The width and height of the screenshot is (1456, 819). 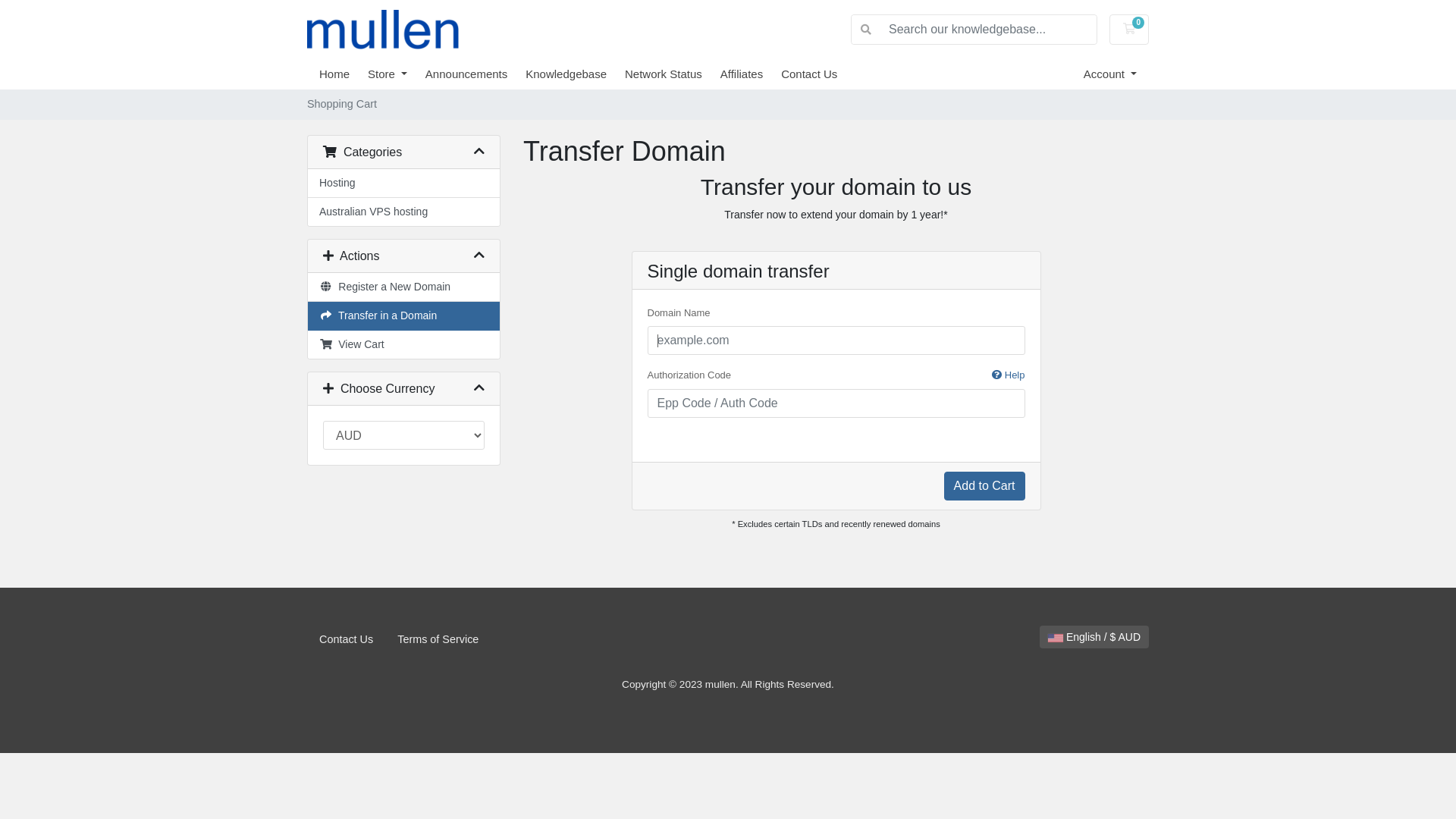 I want to click on 'Account', so click(x=1110, y=74).